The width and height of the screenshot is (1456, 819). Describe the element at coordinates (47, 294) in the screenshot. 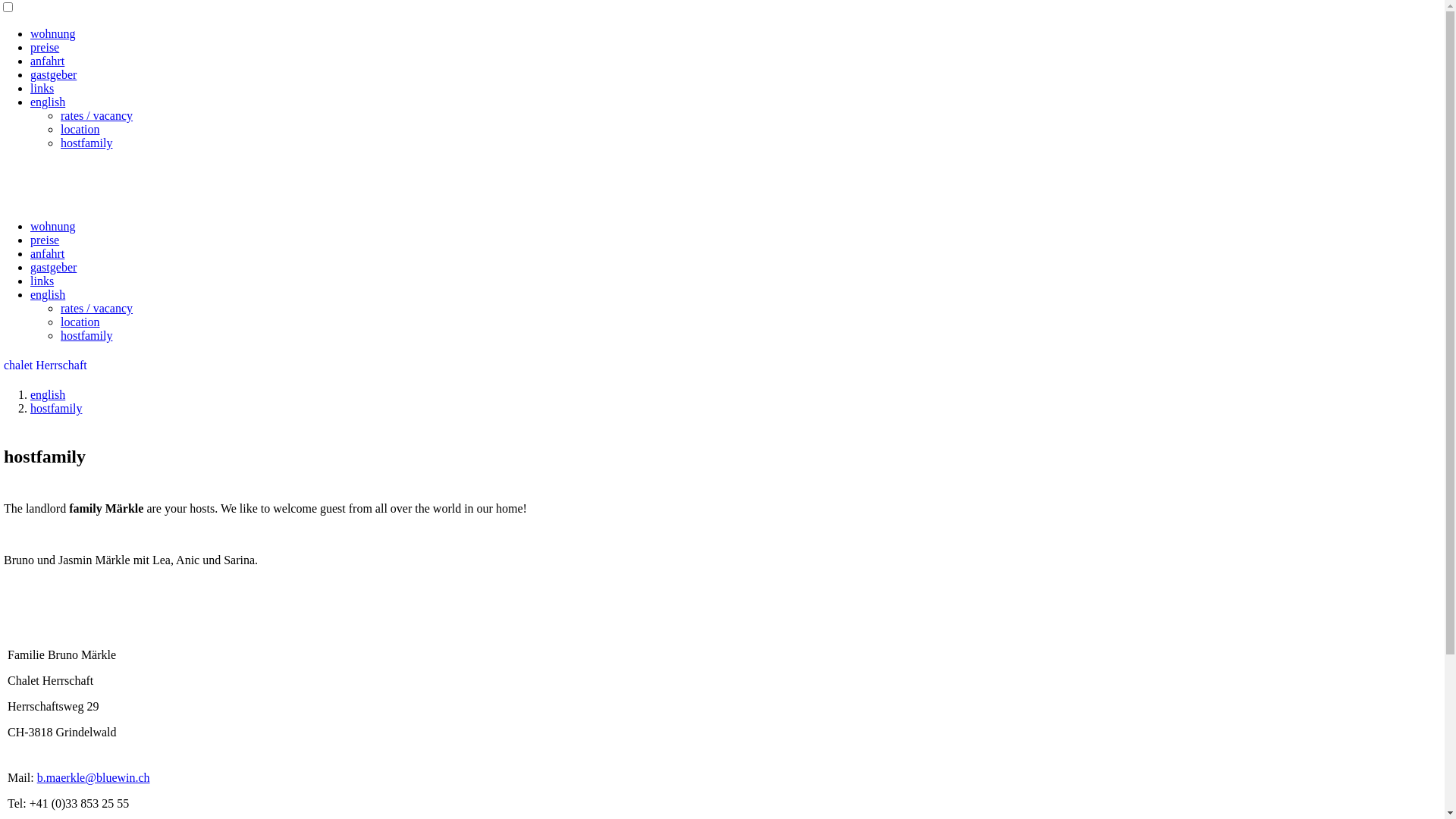

I see `'english'` at that location.